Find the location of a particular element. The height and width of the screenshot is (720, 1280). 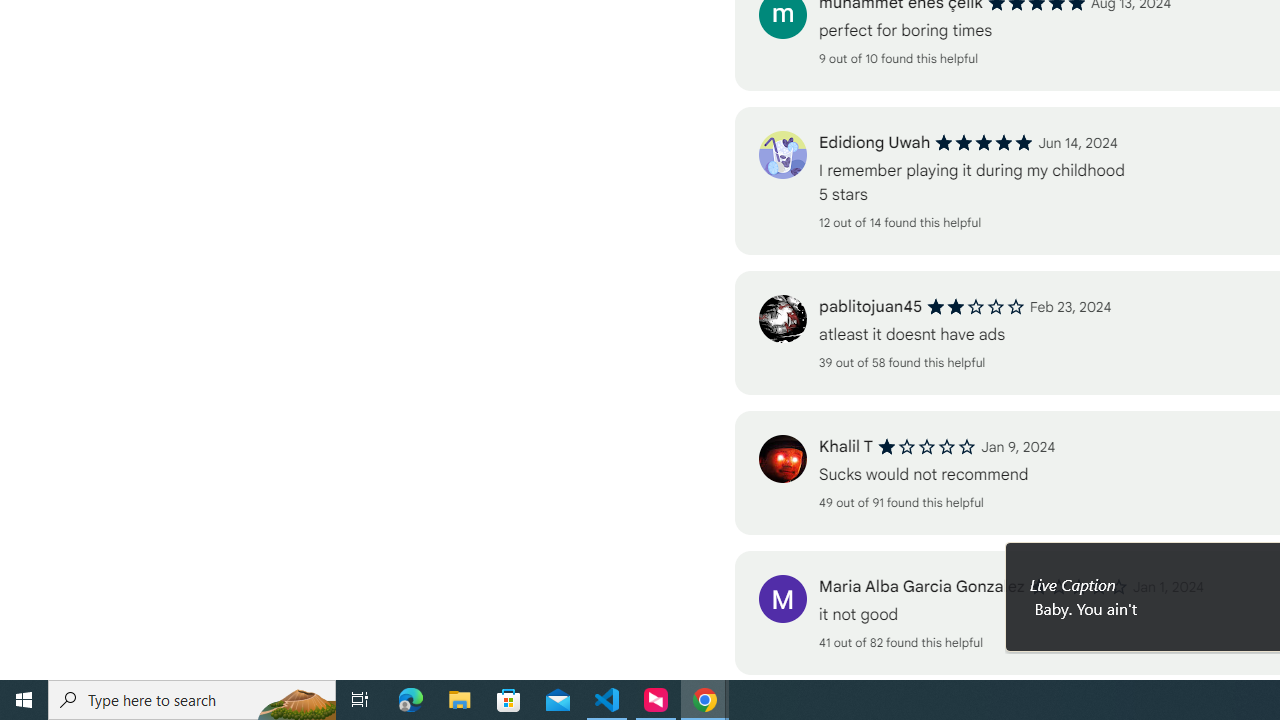

'5 out of 5 stars' is located at coordinates (984, 141).